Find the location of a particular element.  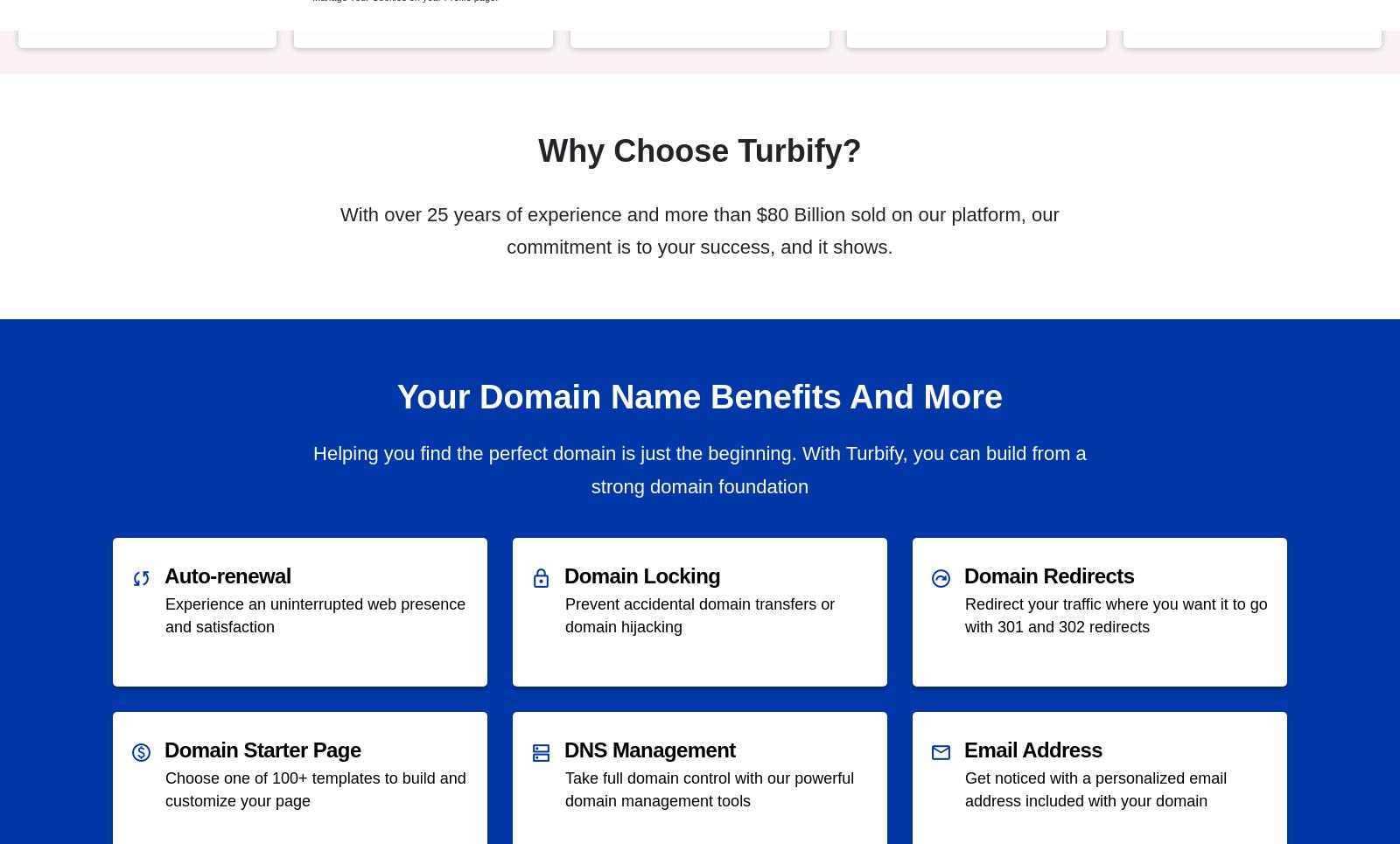

'mail' is located at coordinates (941, 751).